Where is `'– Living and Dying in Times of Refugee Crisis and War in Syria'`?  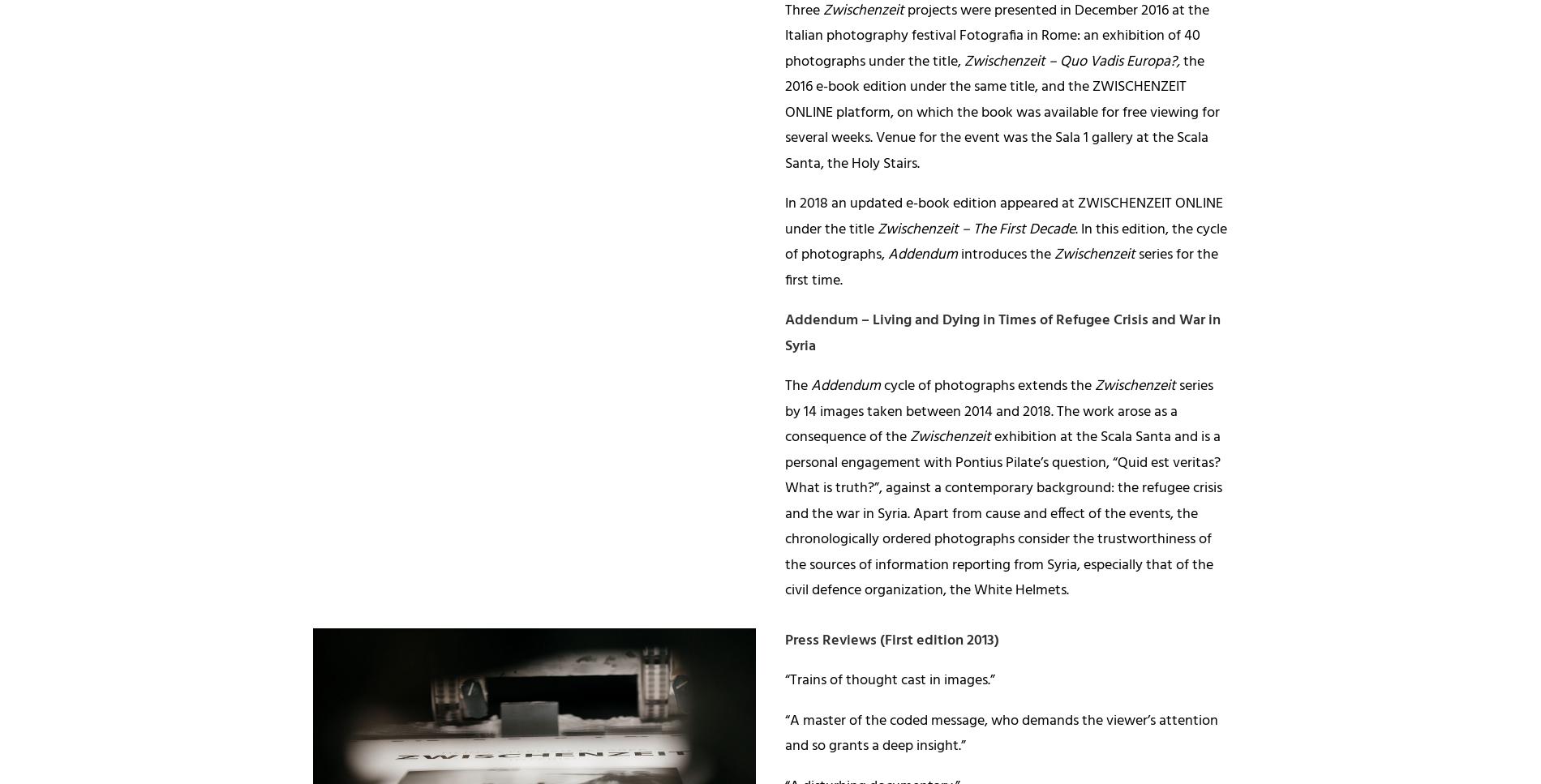
'– Living and Dying in Times of Refugee Crisis and War in Syria' is located at coordinates (785, 332).